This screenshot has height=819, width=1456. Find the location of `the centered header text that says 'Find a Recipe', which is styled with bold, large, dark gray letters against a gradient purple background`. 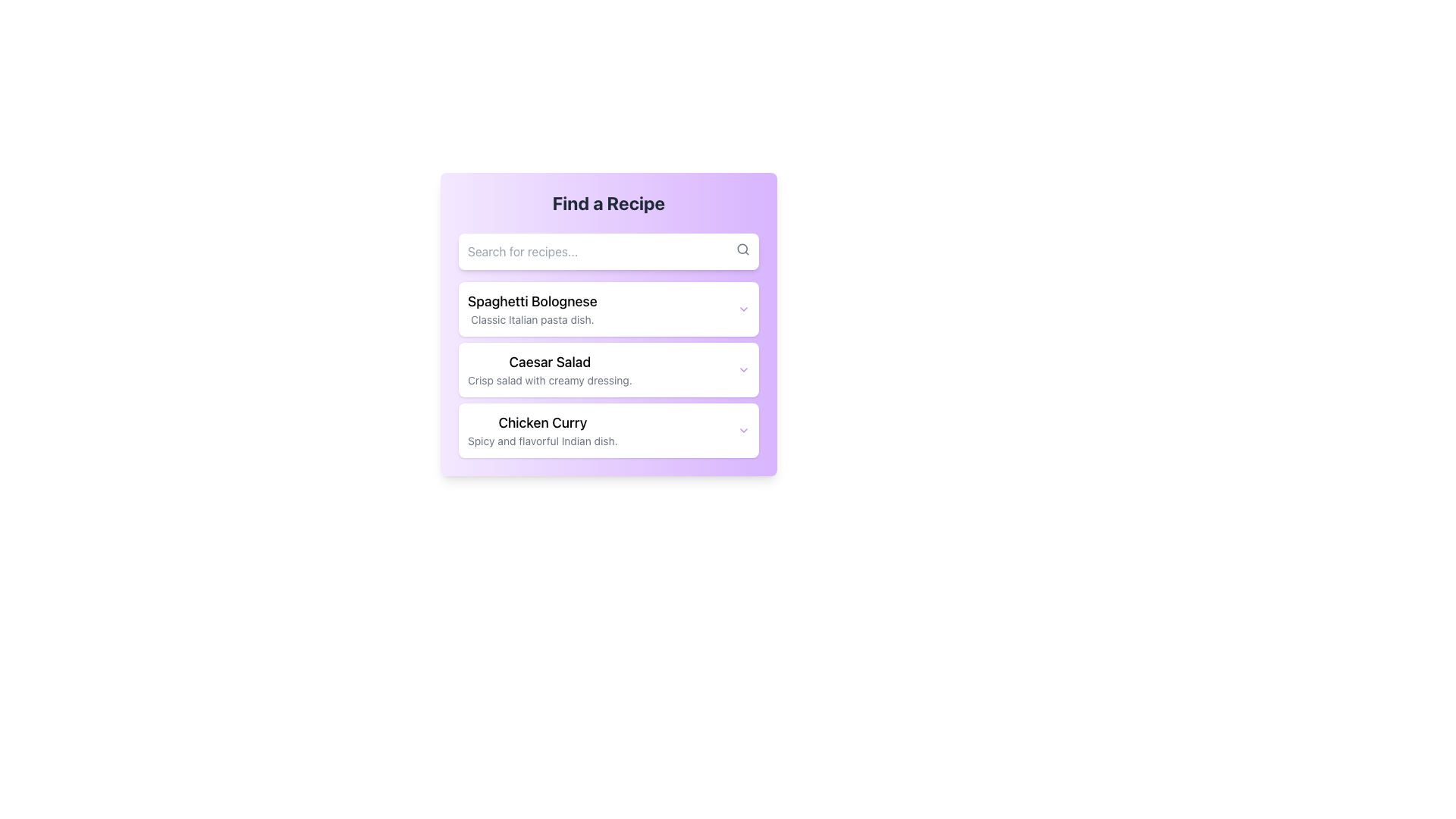

the centered header text that says 'Find a Recipe', which is styled with bold, large, dark gray letters against a gradient purple background is located at coordinates (608, 202).